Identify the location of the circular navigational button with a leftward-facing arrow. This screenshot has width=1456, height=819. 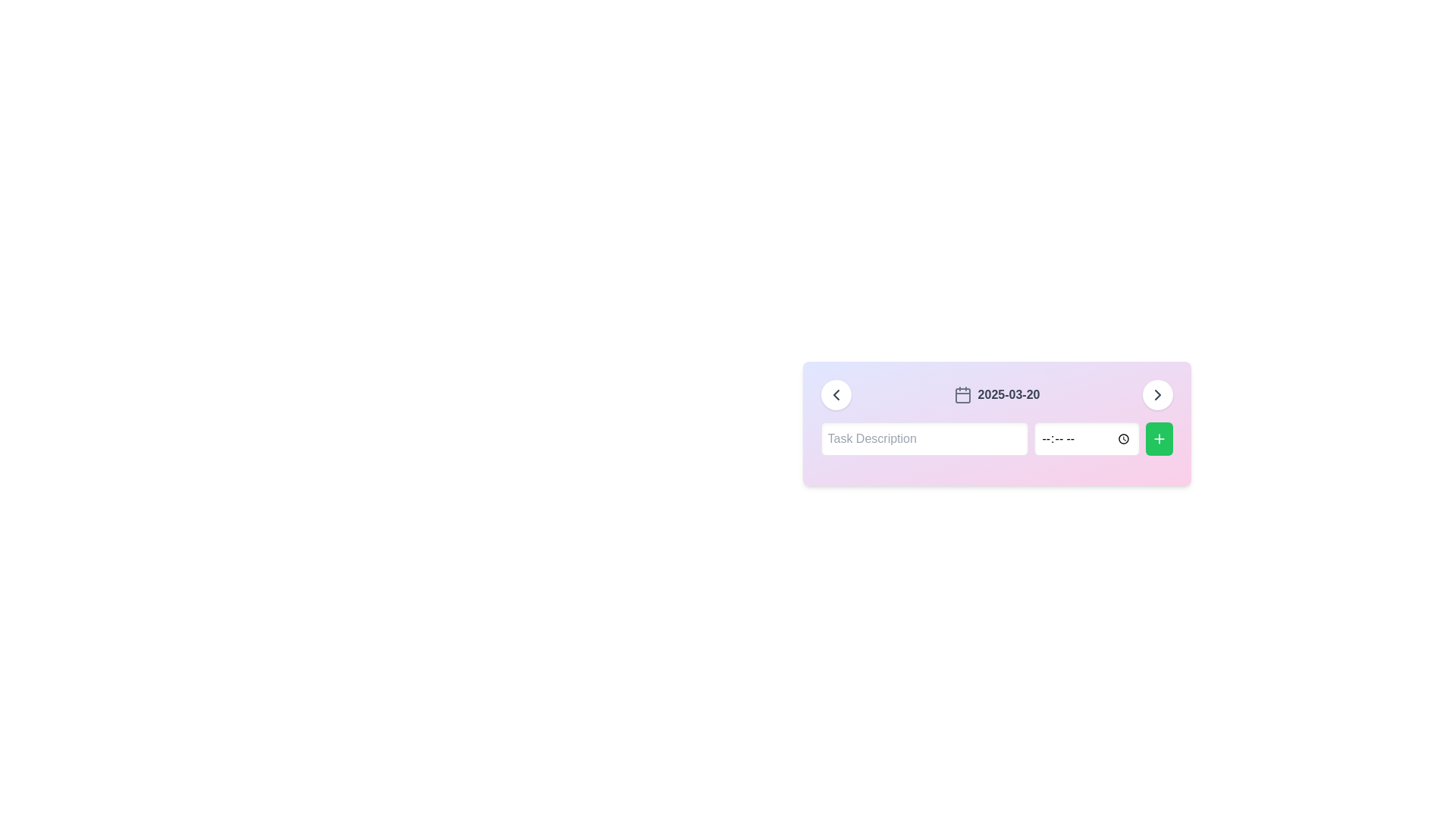
(835, 394).